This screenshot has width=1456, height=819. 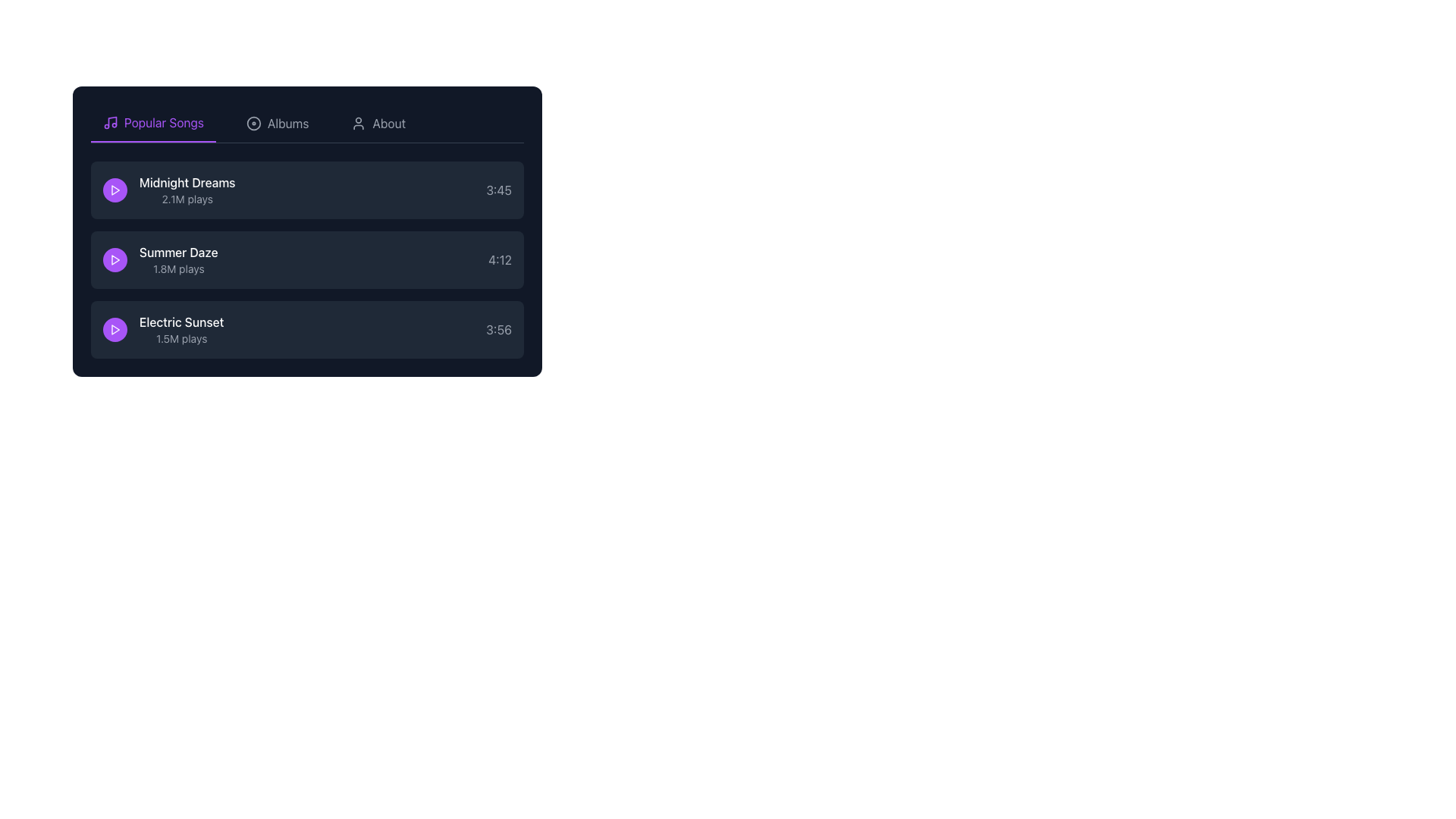 What do you see at coordinates (499, 189) in the screenshot?
I see `the time display text '3:45' in the dark-themed interface, which is part of the song row for 'Midnight Dreams', located at the far right and aligned with the song title and play count` at bounding box center [499, 189].